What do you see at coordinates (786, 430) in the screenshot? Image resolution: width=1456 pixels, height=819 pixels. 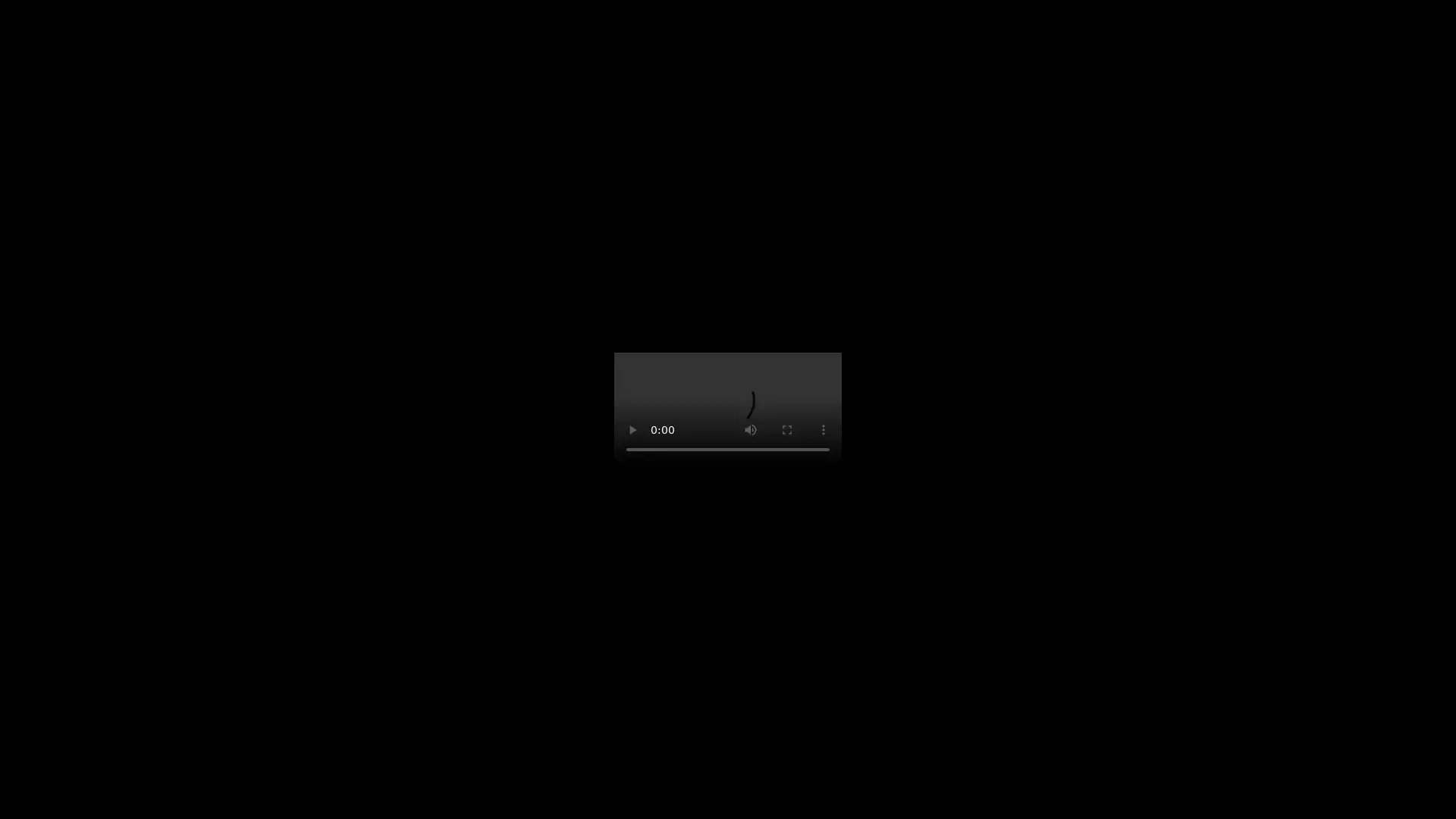 I see `enter full screen` at bounding box center [786, 430].